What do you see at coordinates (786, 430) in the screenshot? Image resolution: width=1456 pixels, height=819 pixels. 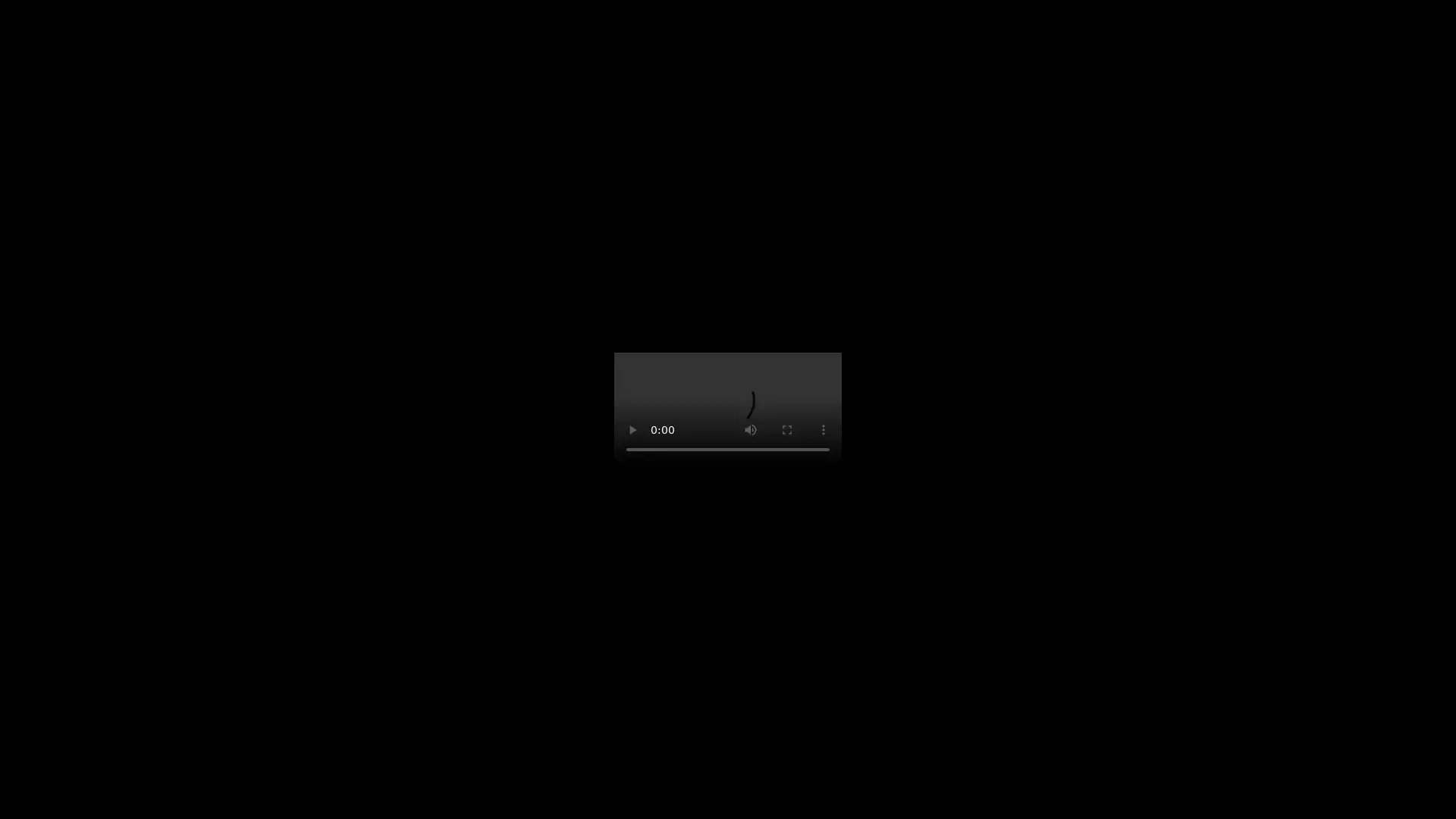 I see `enter full screen` at bounding box center [786, 430].